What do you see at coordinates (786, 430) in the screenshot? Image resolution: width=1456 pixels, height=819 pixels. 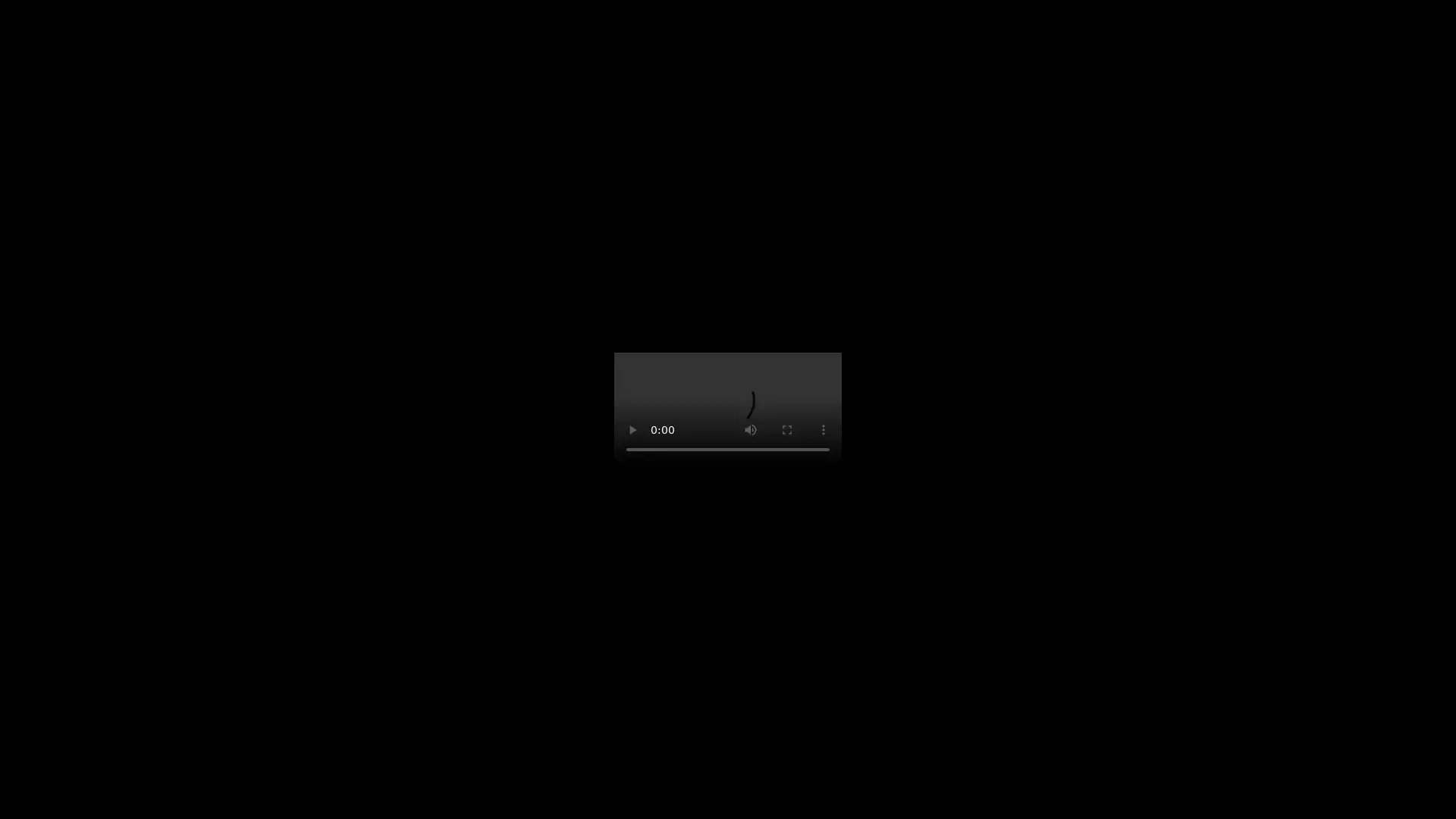 I see `enter full screen` at bounding box center [786, 430].